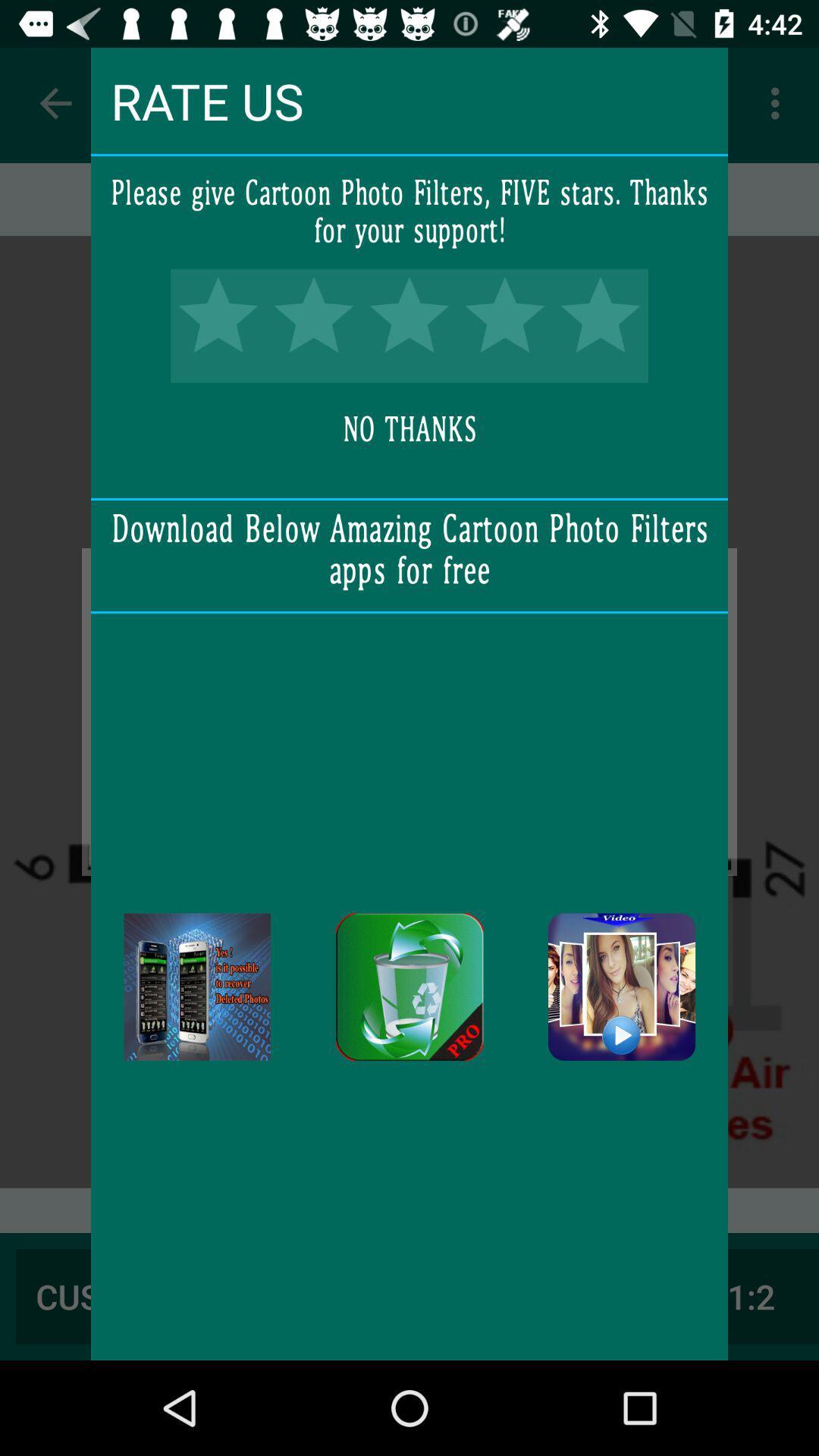  Describe the element at coordinates (196, 987) in the screenshot. I see `download app` at that location.